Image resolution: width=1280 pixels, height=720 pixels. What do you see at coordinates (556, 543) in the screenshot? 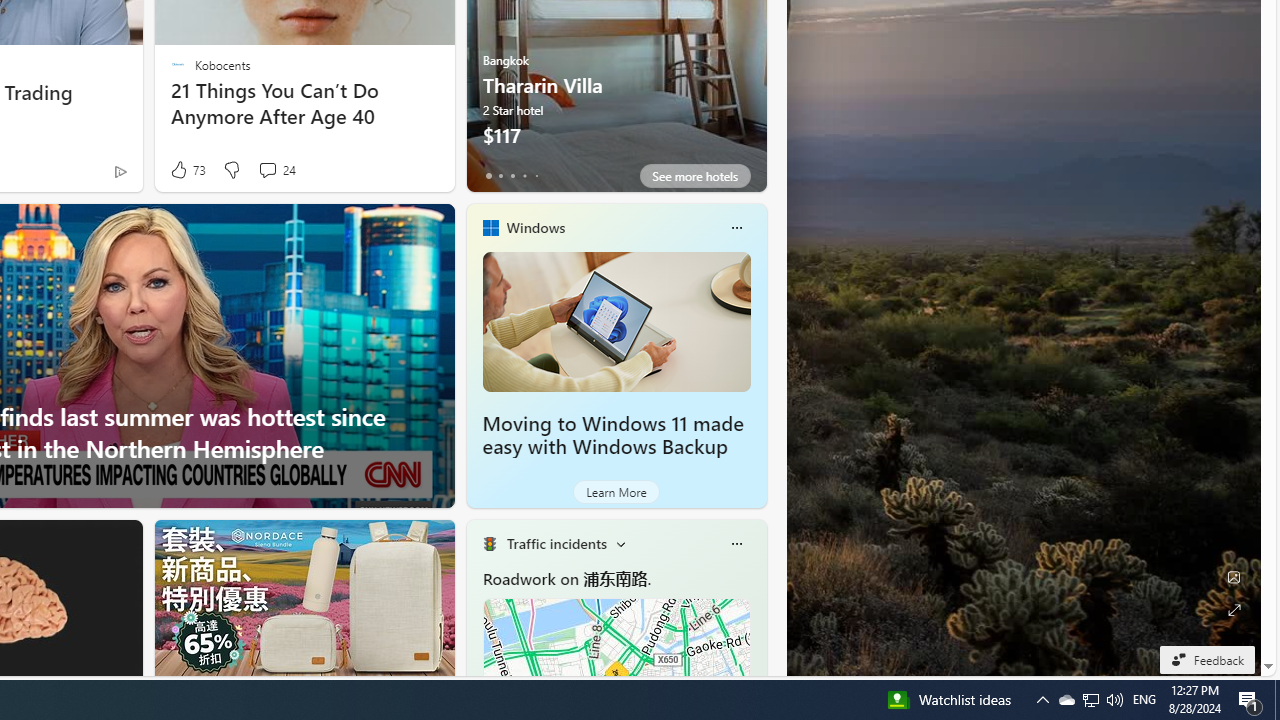
I see `'Traffic incidents'` at bounding box center [556, 543].